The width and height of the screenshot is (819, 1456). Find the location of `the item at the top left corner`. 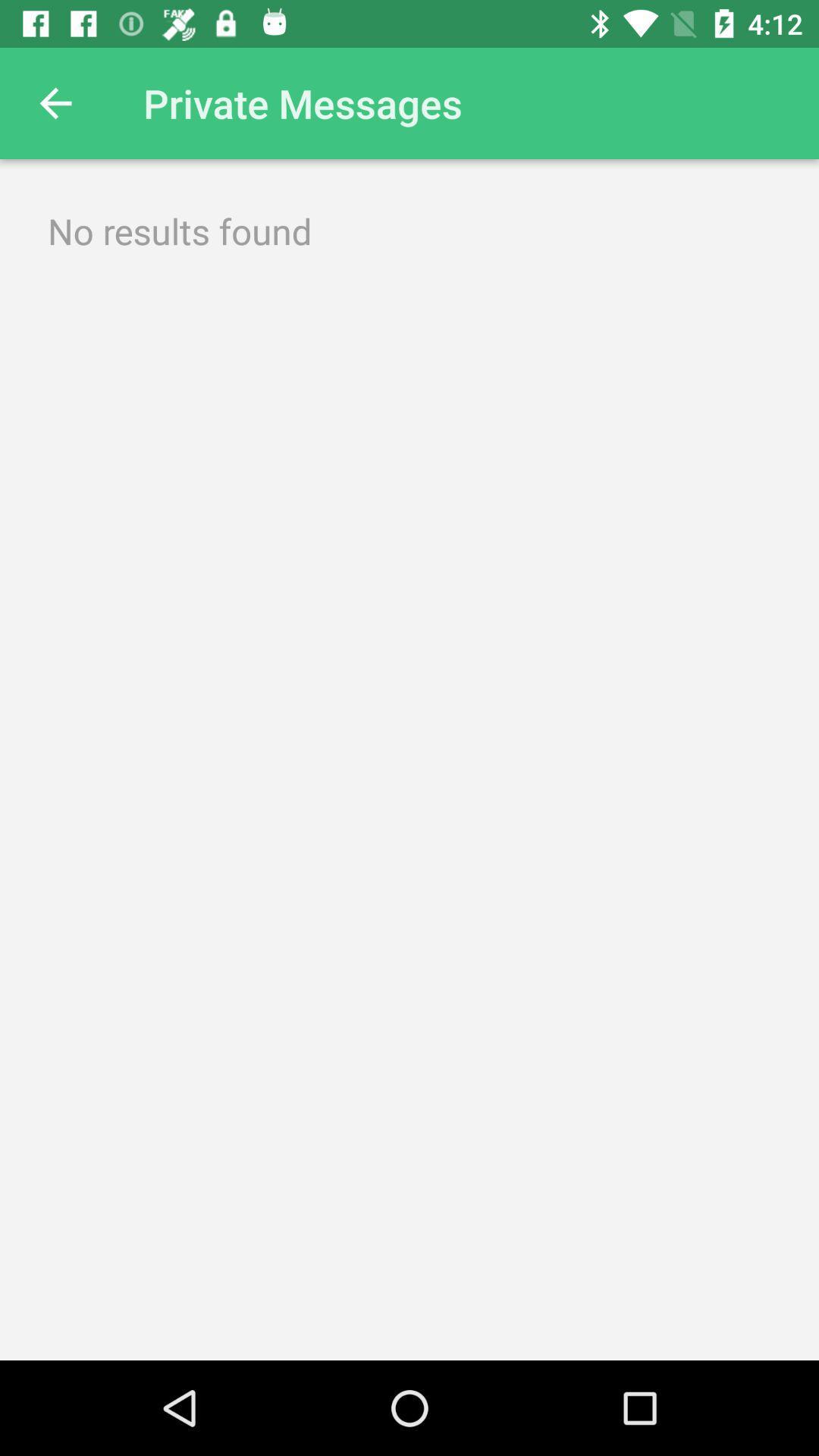

the item at the top left corner is located at coordinates (55, 102).